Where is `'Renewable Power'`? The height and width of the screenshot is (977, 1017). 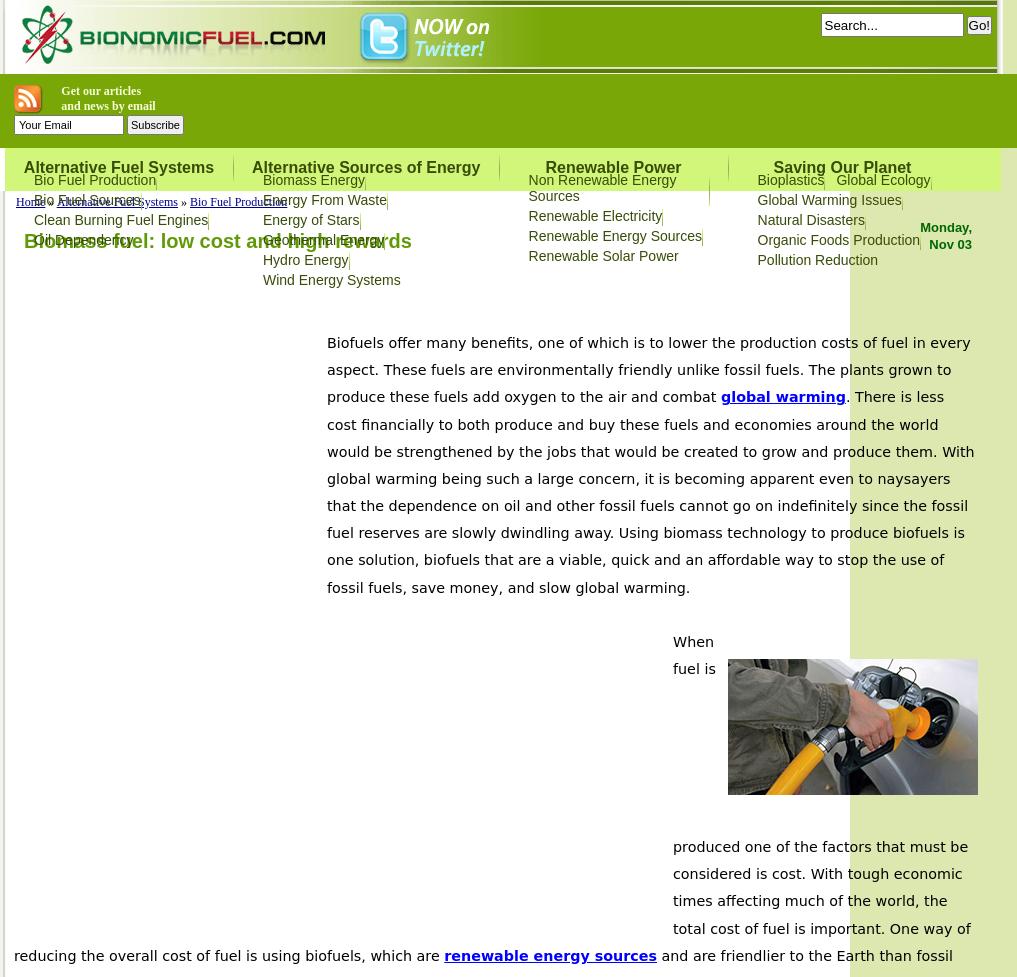
'Renewable Power' is located at coordinates (612, 166).